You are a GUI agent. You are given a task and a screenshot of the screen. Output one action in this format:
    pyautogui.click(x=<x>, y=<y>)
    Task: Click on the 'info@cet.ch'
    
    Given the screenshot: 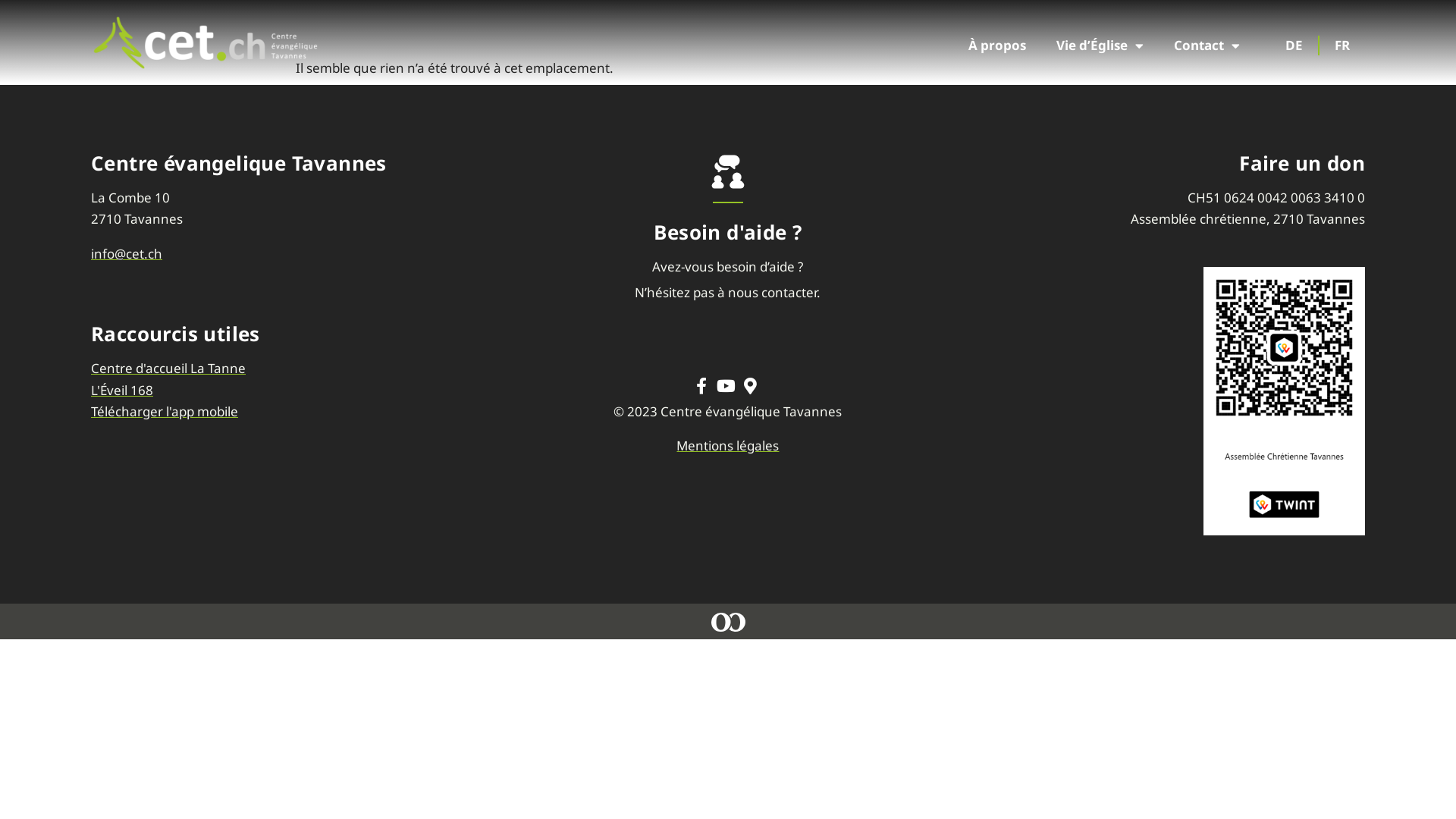 What is the action you would take?
    pyautogui.click(x=90, y=253)
    